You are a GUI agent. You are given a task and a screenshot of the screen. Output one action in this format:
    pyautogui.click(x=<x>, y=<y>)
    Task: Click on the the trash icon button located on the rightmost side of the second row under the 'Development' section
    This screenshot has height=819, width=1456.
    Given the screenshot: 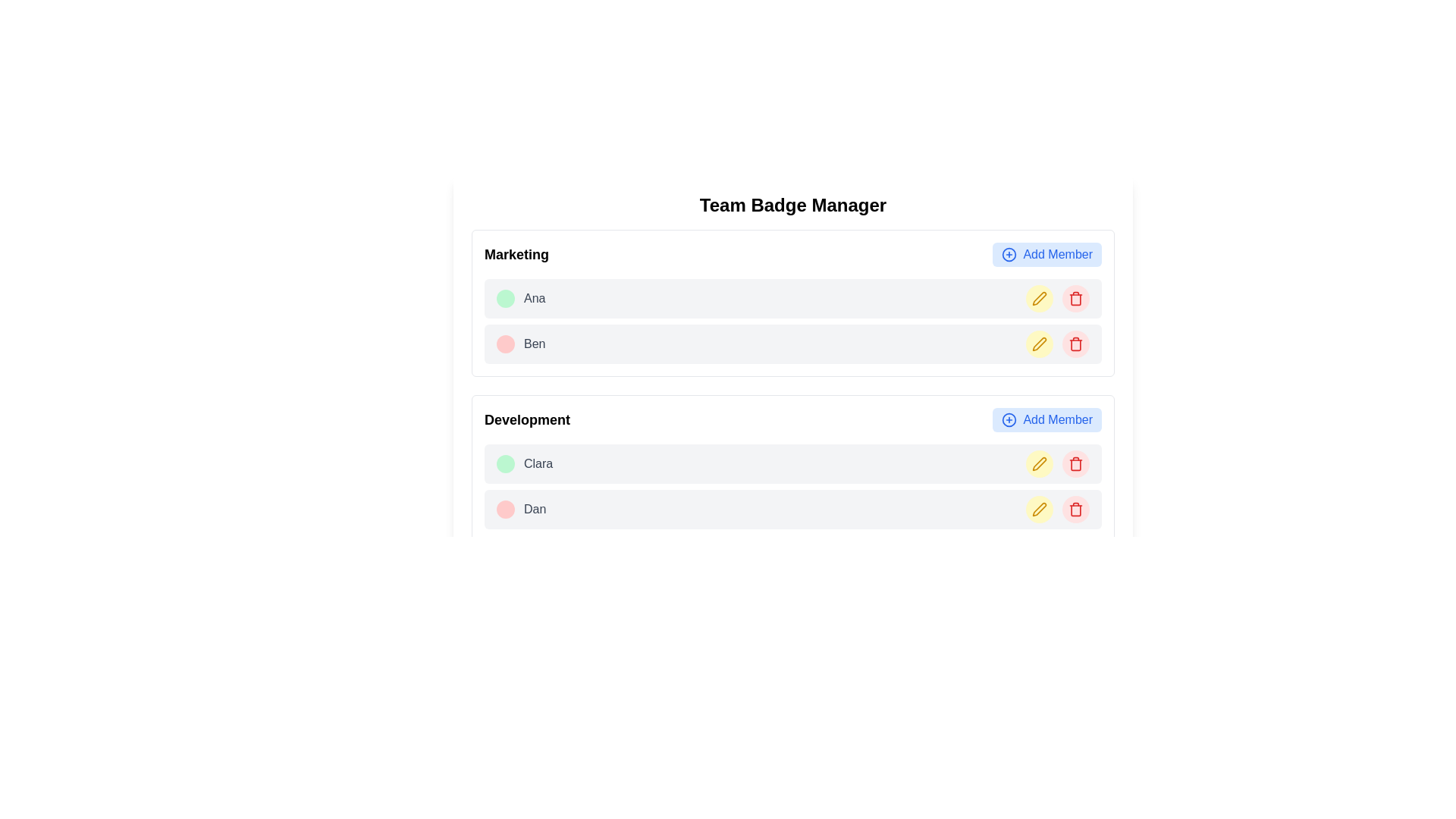 What is the action you would take?
    pyautogui.click(x=1075, y=463)
    